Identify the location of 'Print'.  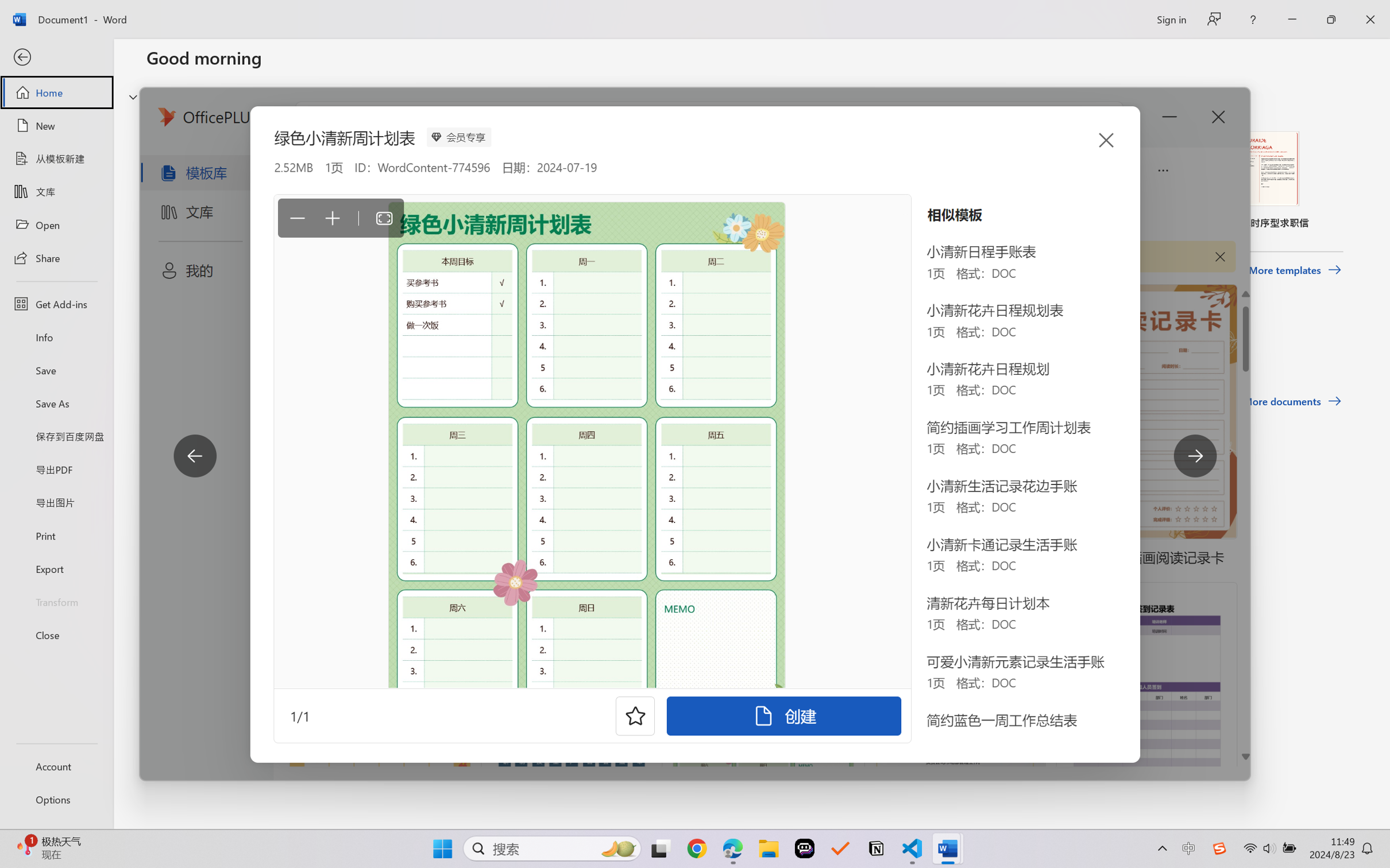
(56, 536).